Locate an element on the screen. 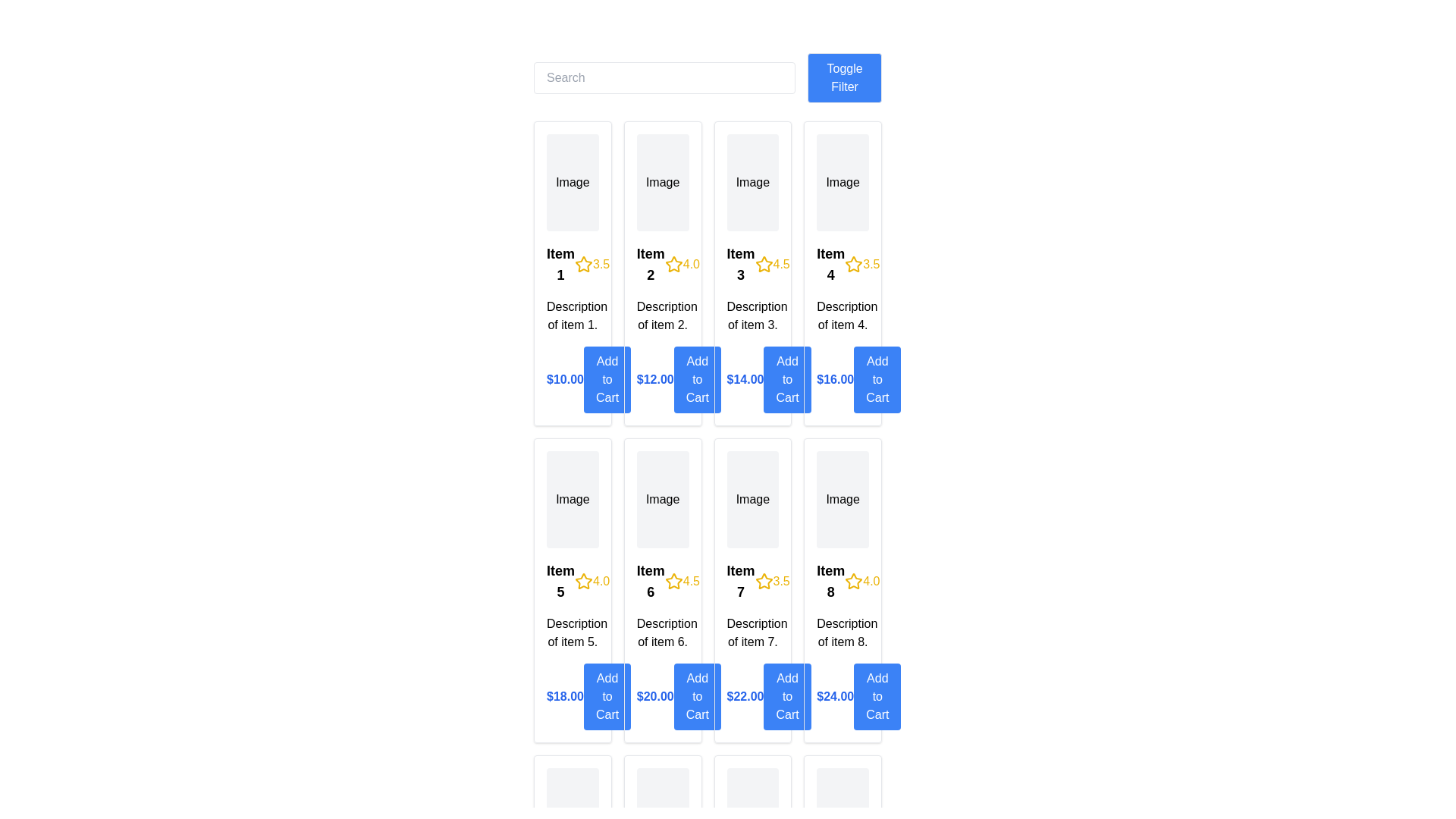  the bold blue text label displaying '$10.00' located above the 'Add to Cart' button and below the description of 'Item 1' is located at coordinates (564, 379).